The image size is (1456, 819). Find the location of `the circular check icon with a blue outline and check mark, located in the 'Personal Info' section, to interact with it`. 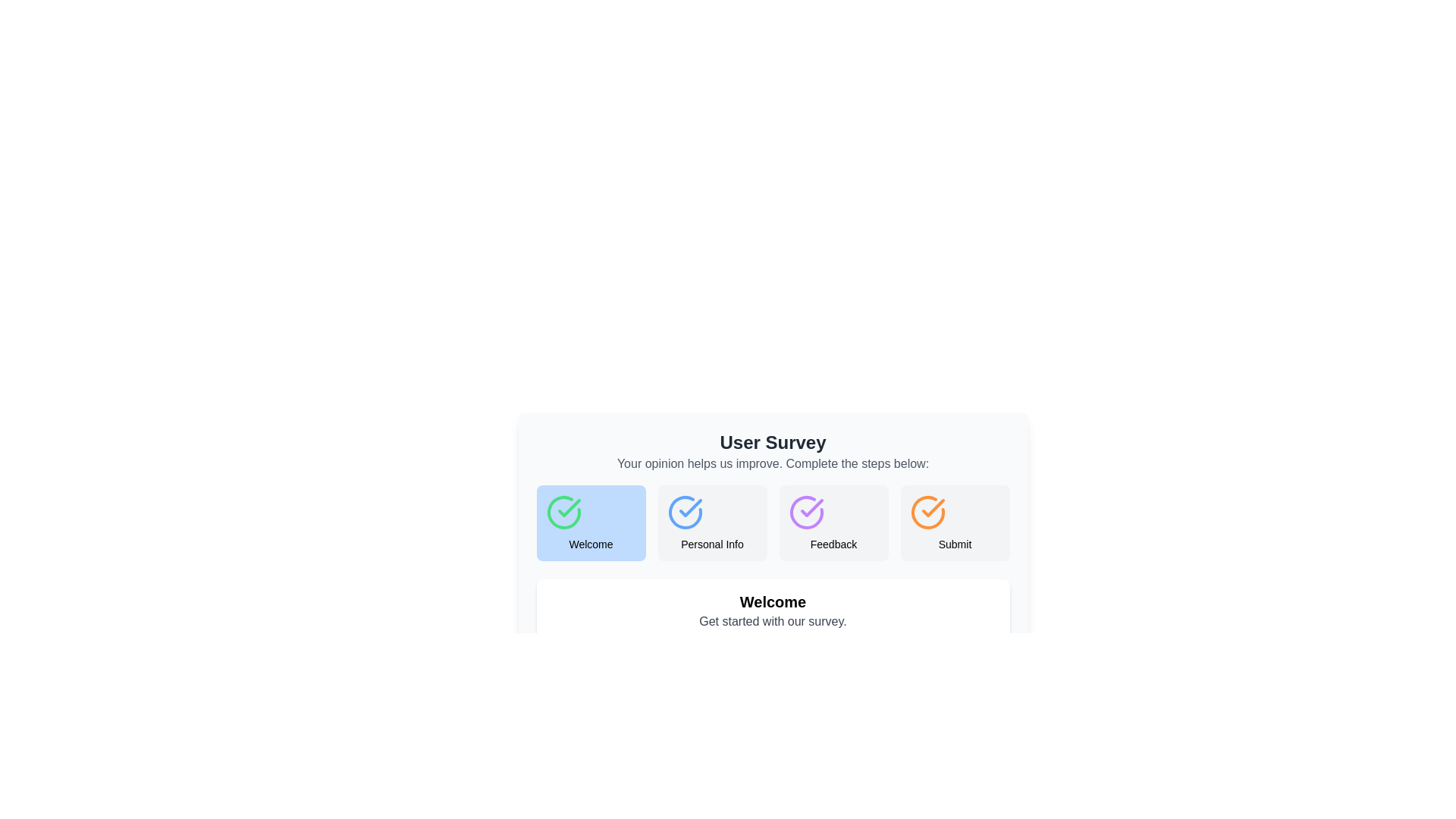

the circular check icon with a blue outline and check mark, located in the 'Personal Info' section, to interact with it is located at coordinates (684, 512).